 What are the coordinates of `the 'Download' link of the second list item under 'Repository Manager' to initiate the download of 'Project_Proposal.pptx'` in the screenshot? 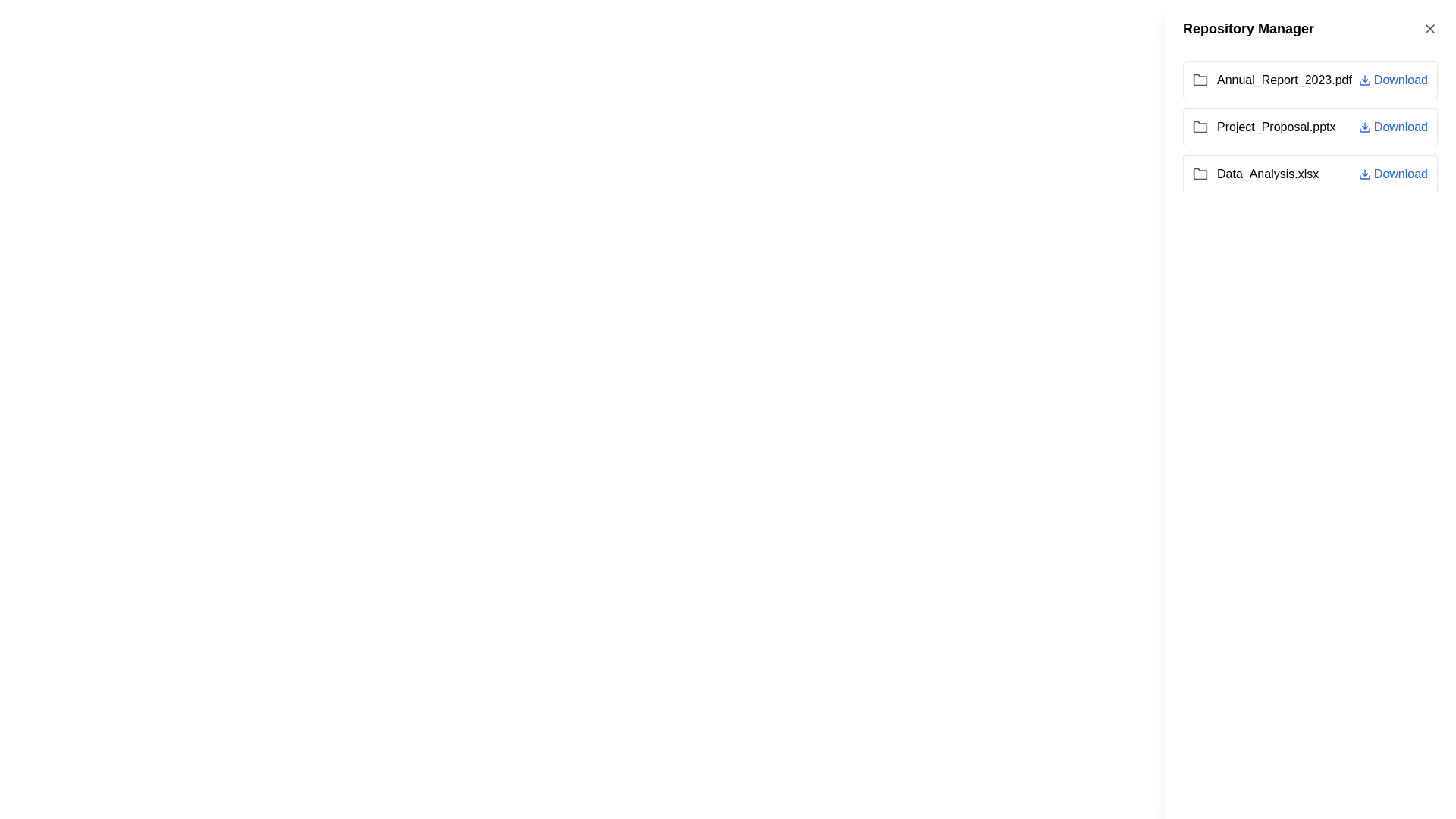 It's located at (1310, 127).